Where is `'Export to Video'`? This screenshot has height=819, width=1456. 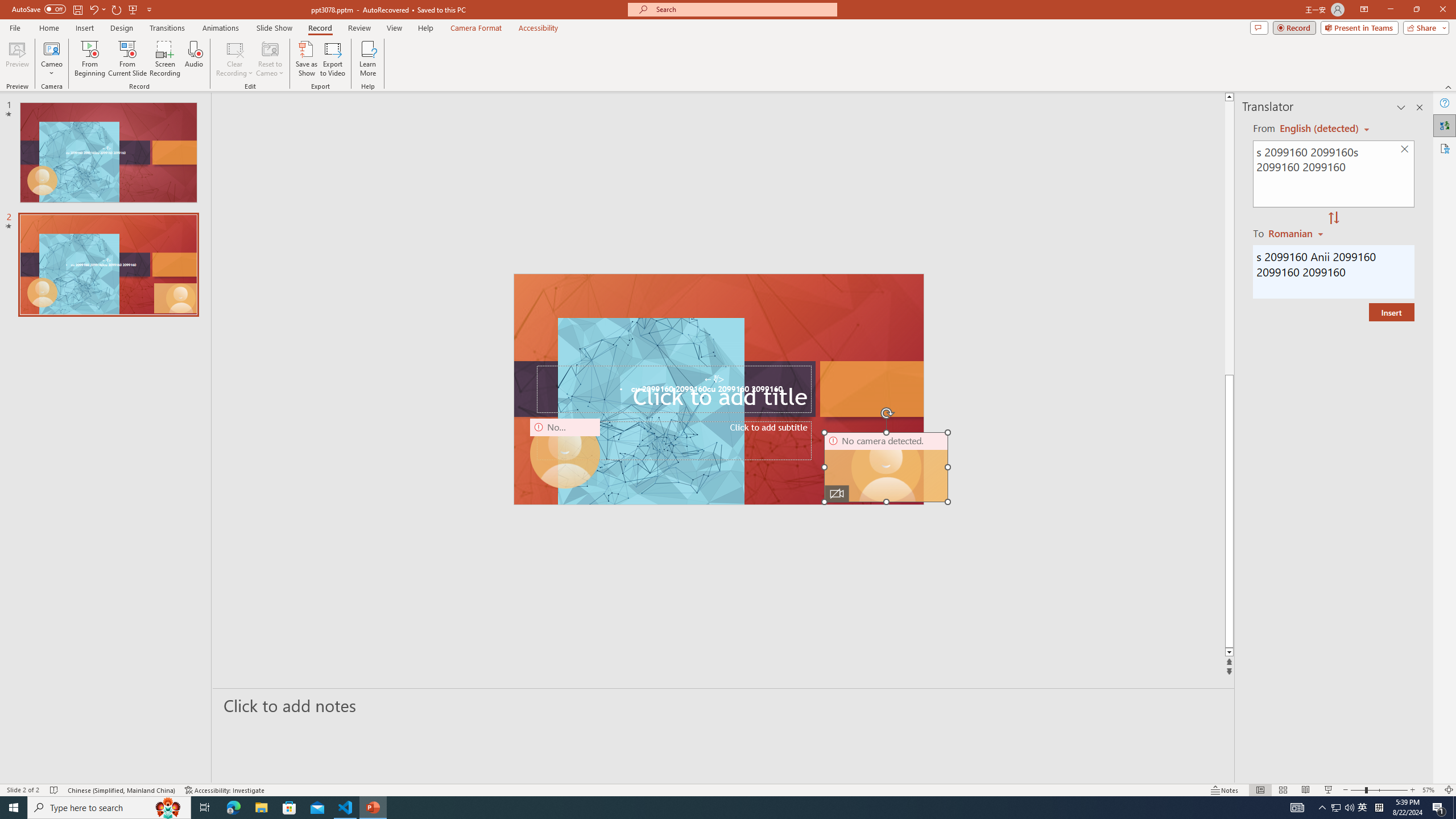 'Export to Video' is located at coordinates (332, 59).